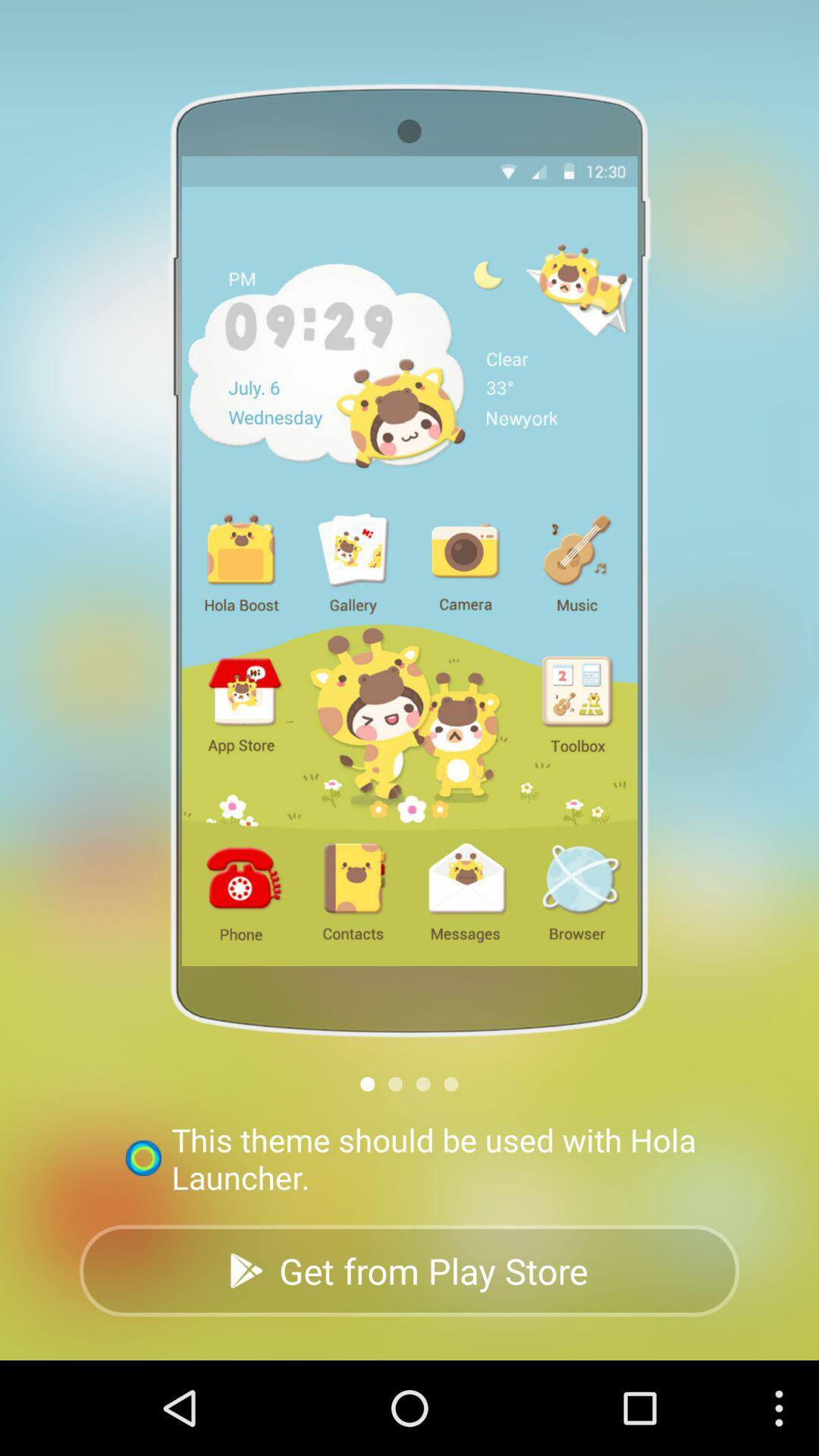 This screenshot has height=1456, width=819. I want to click on next page, so click(394, 1083).